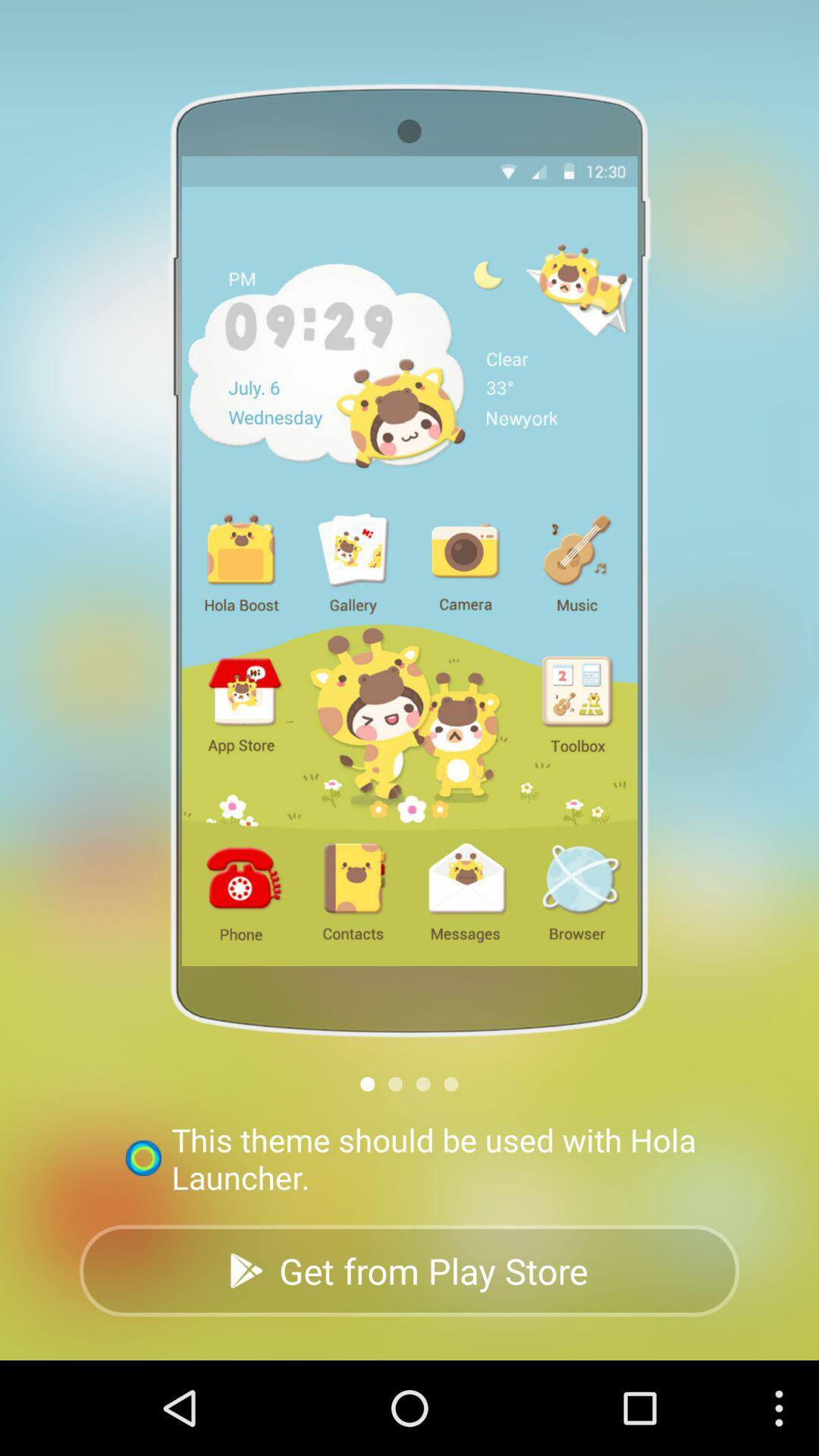 This screenshot has height=1456, width=819. I want to click on next page, so click(394, 1083).